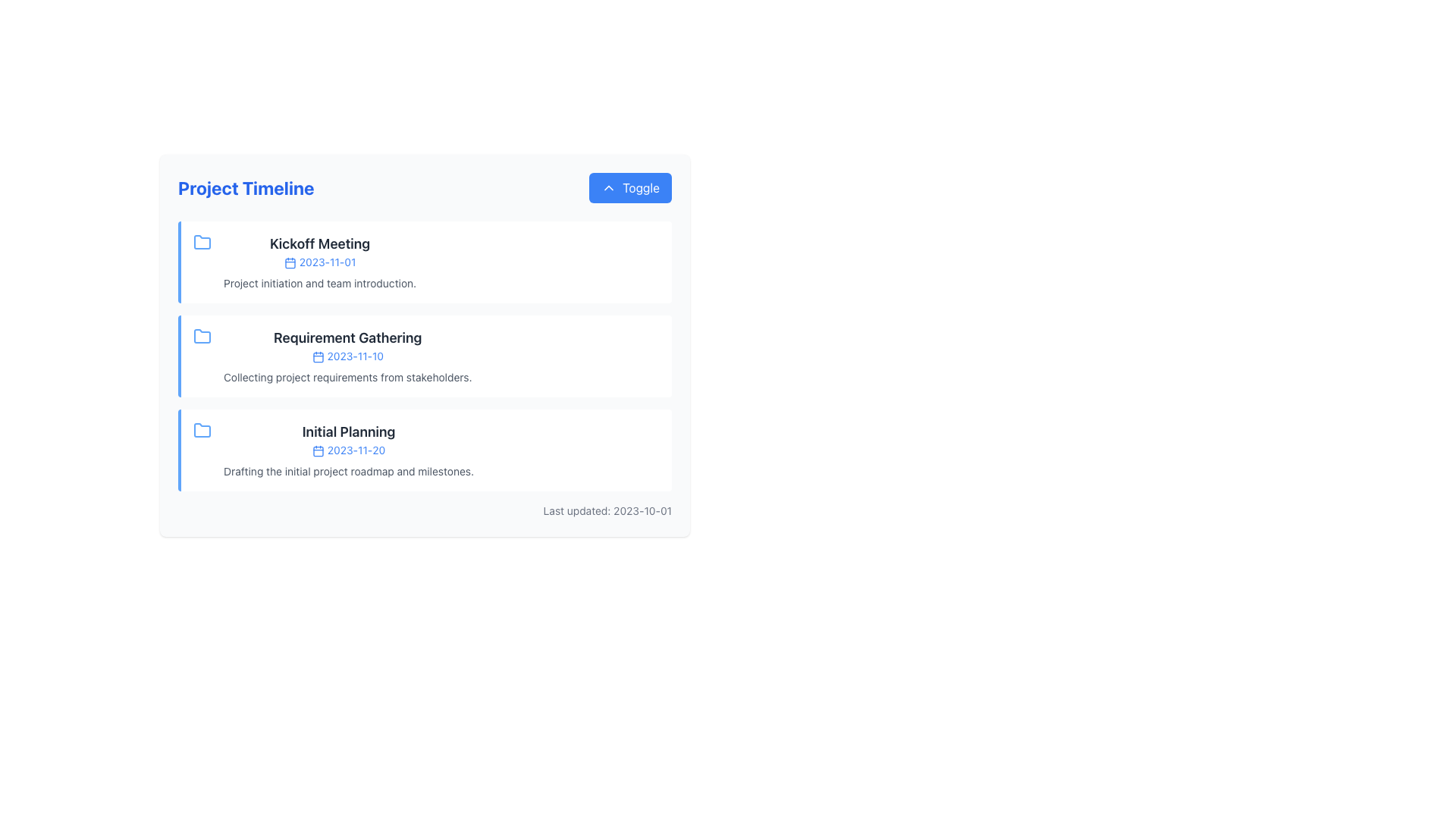 The height and width of the screenshot is (819, 1456). I want to click on the text element displaying the date for the 'Kickoff Meeting' event, located below the heading and above the description in the 'Project Timeline' section, so click(319, 262).